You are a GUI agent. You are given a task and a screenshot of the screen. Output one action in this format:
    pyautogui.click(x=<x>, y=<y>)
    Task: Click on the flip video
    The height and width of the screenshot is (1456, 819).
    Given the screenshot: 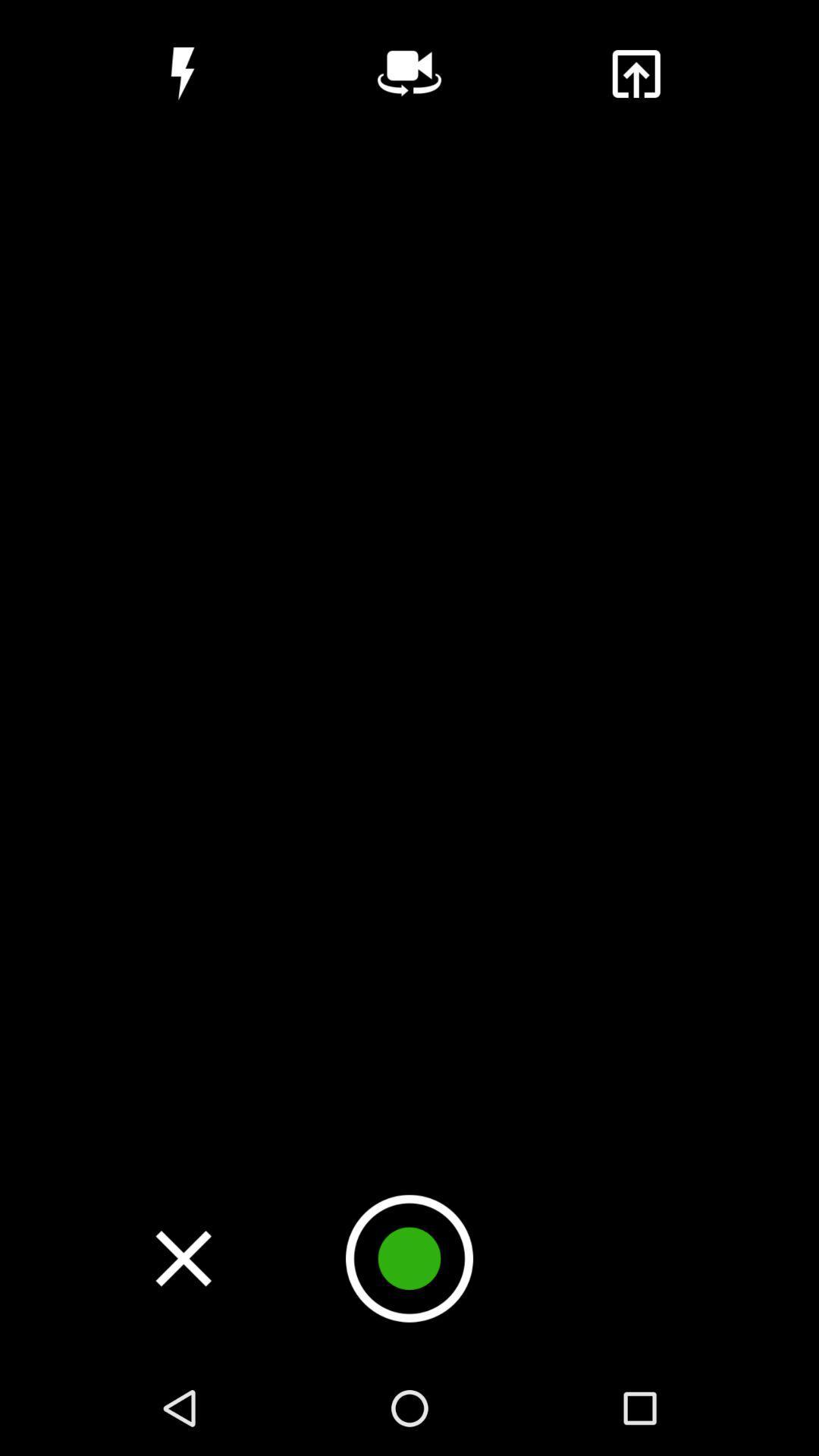 What is the action you would take?
    pyautogui.click(x=409, y=73)
    